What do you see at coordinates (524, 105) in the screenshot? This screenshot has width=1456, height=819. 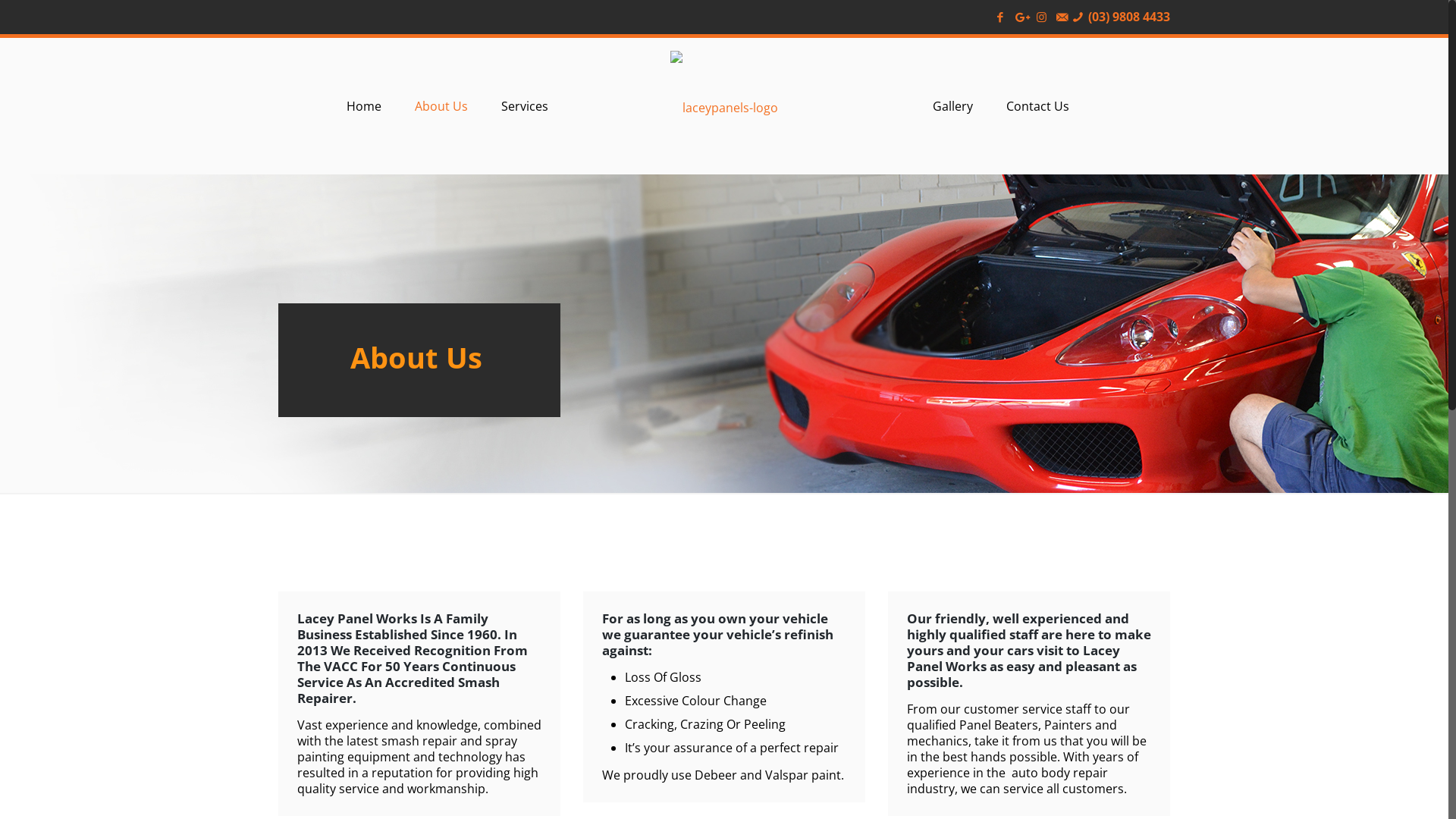 I see `'Services'` at bounding box center [524, 105].